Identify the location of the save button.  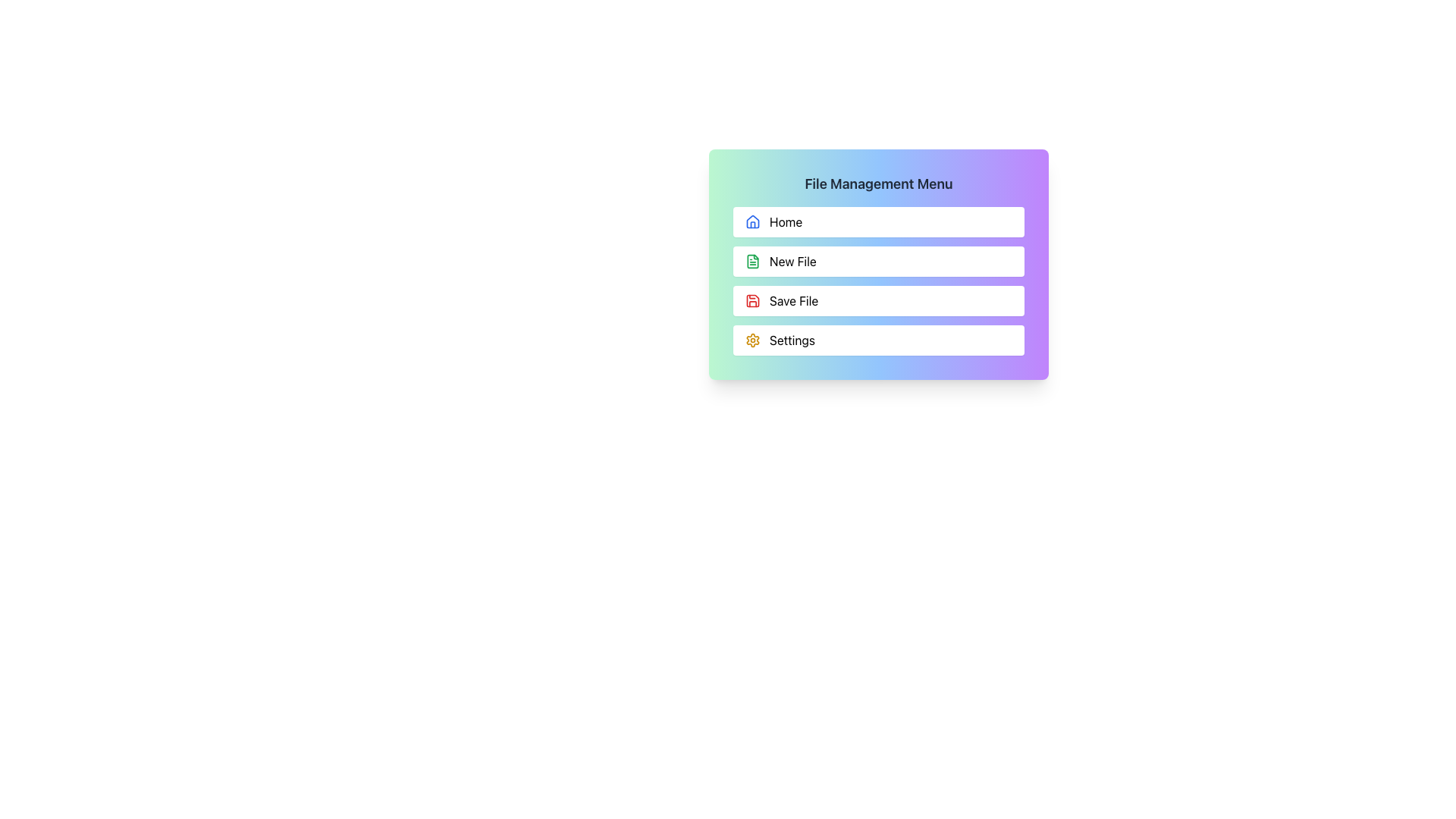
(878, 281).